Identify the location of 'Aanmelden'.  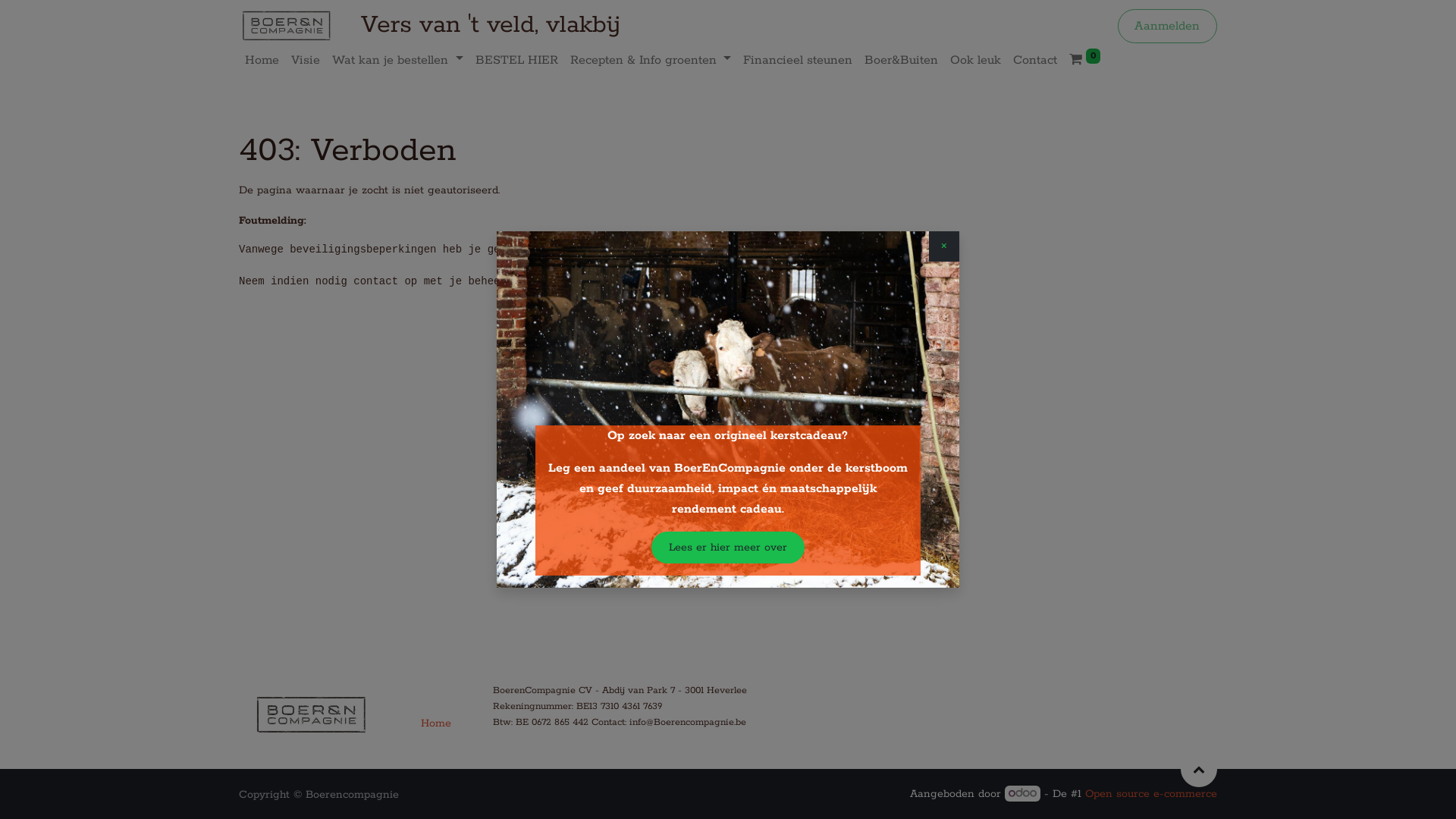
(1166, 26).